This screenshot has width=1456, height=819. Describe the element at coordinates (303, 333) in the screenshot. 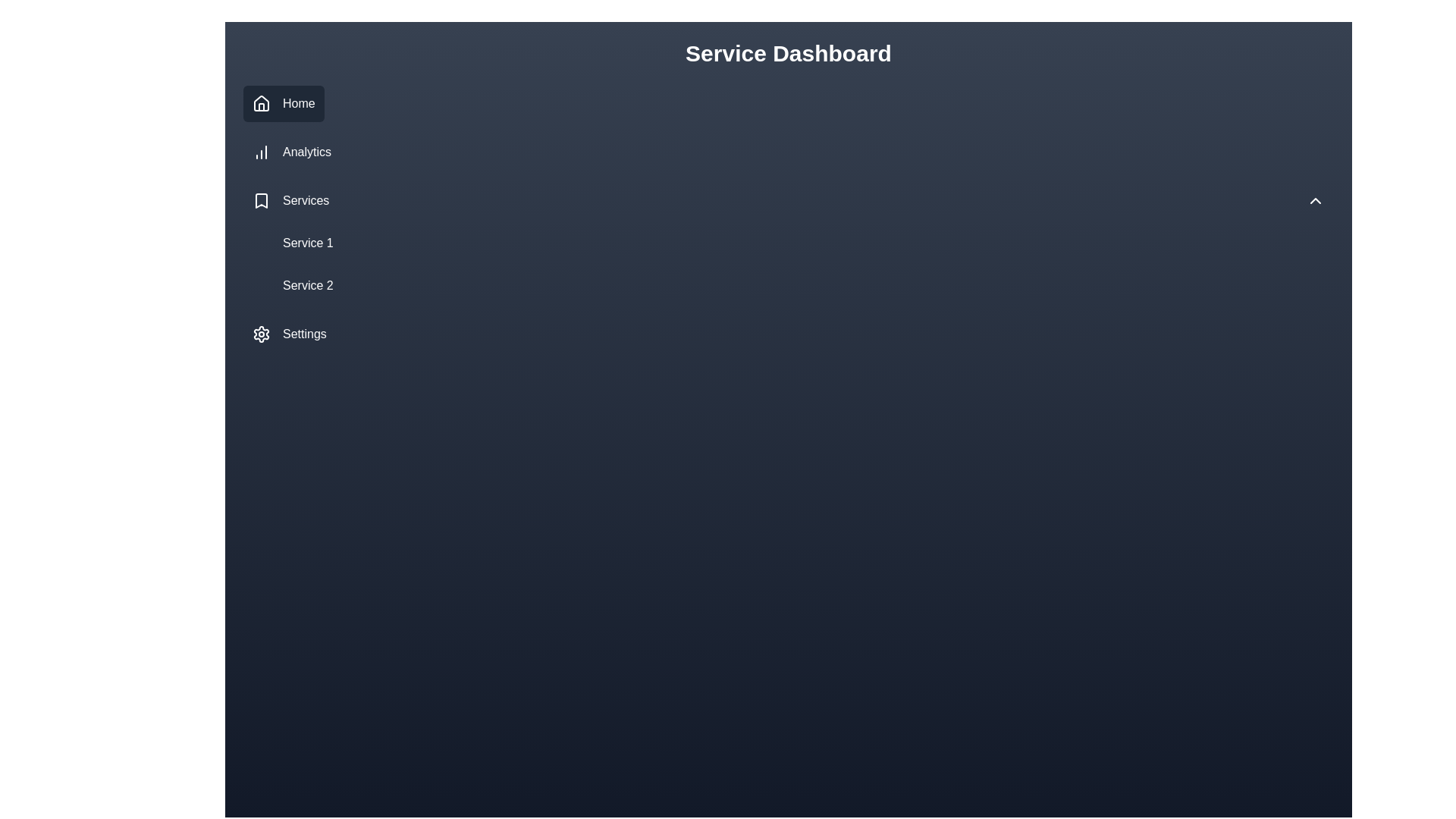

I see `the 'Settings' label located in the bottom section of the vertical navigation menu` at that location.